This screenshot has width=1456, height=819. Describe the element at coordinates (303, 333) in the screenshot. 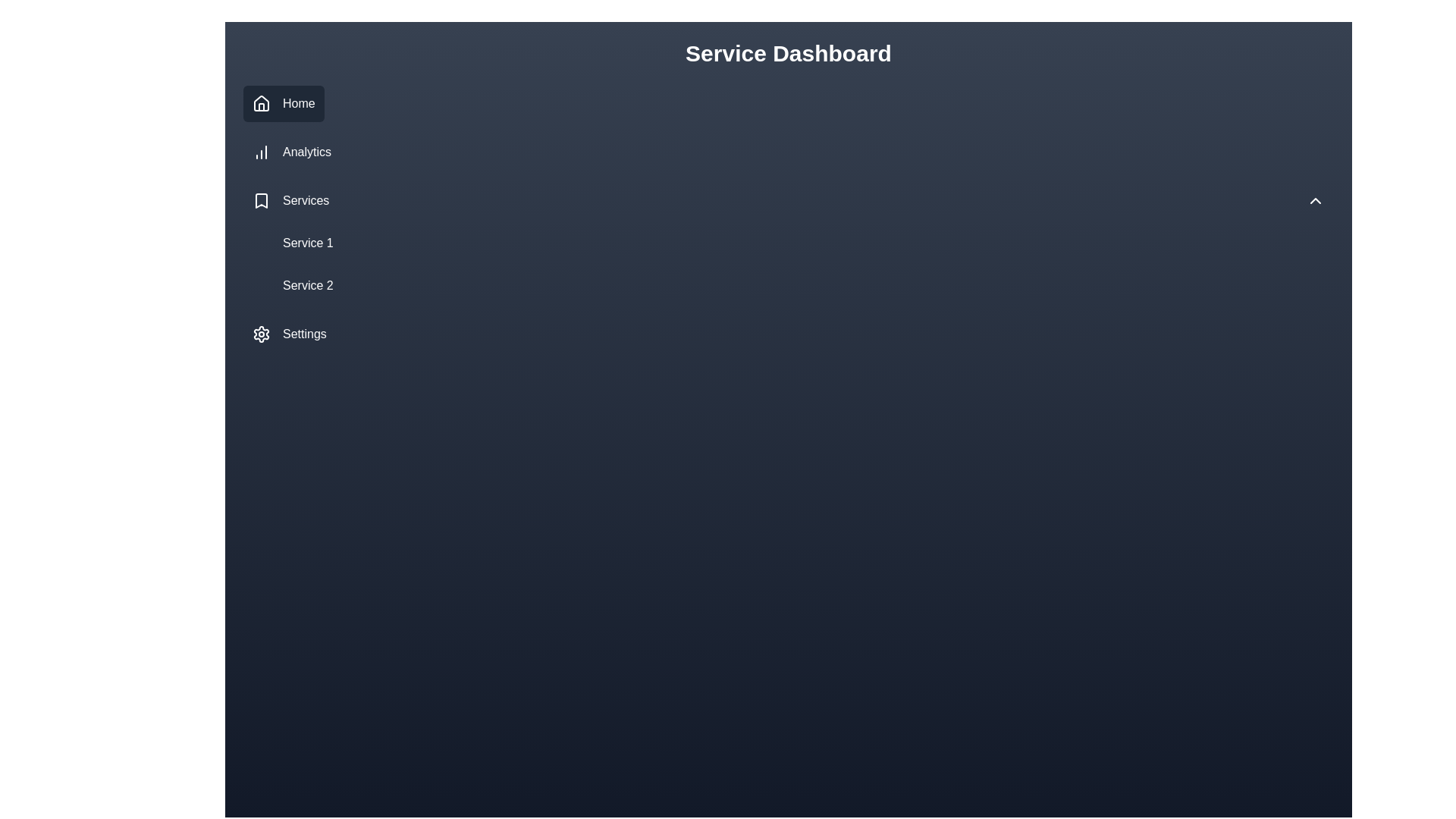

I see `the 'Settings' label located in the bottom section of the vertical navigation menu` at that location.